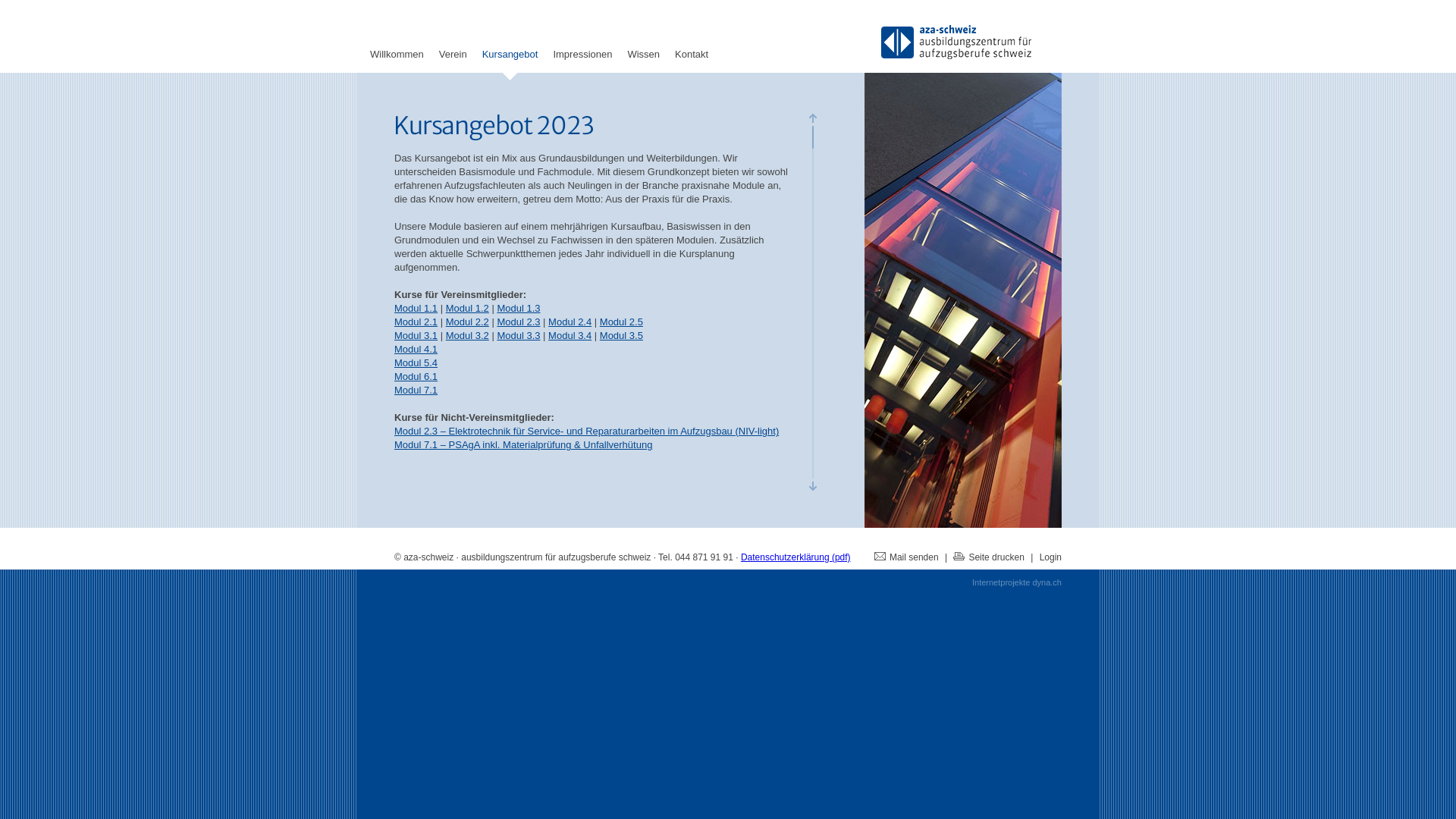 The width and height of the screenshot is (1456, 819). I want to click on 'Modul 3.4', so click(569, 334).